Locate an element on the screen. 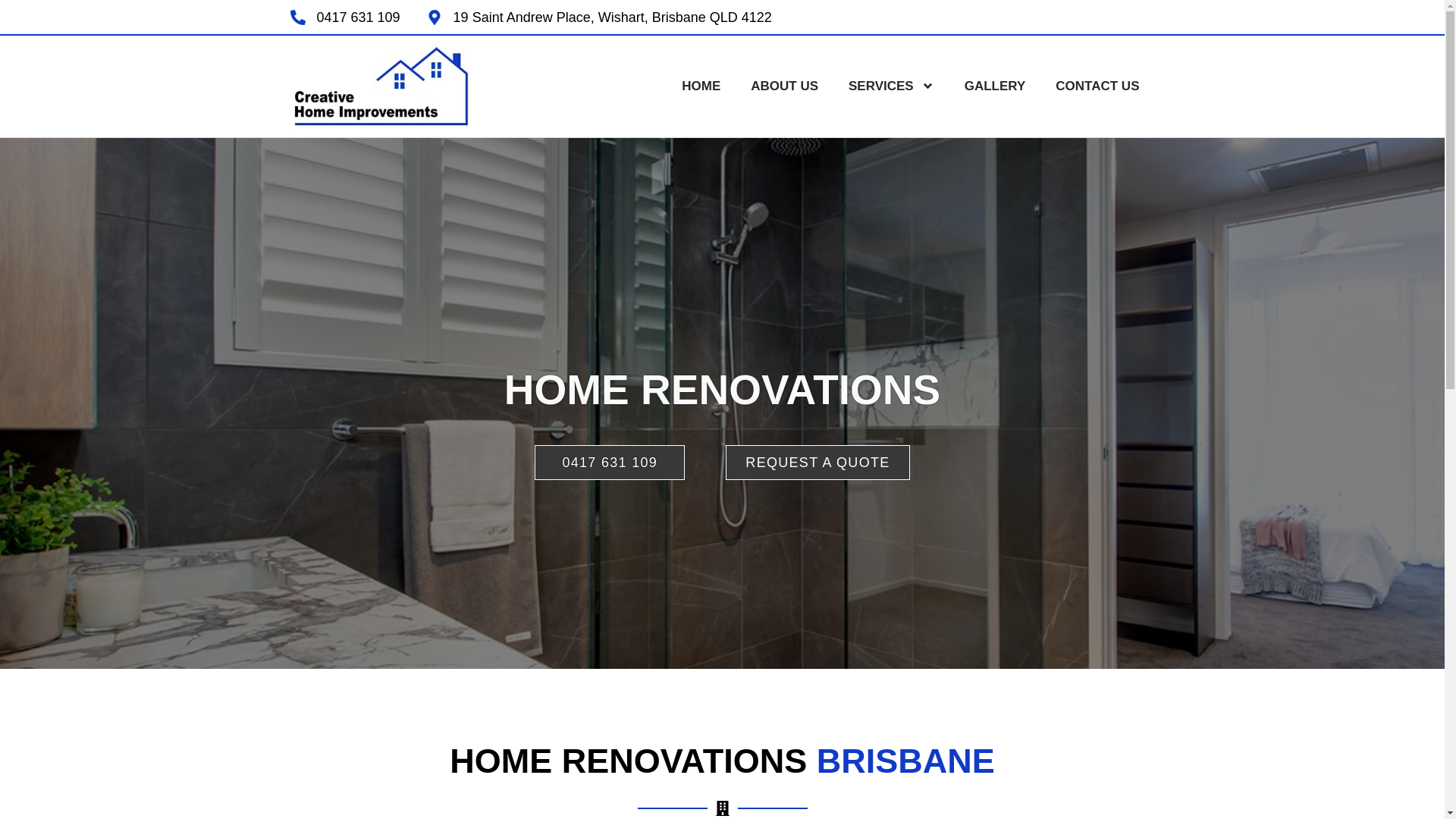 The height and width of the screenshot is (819, 1456). '0417 631 109' is located at coordinates (290, 17).